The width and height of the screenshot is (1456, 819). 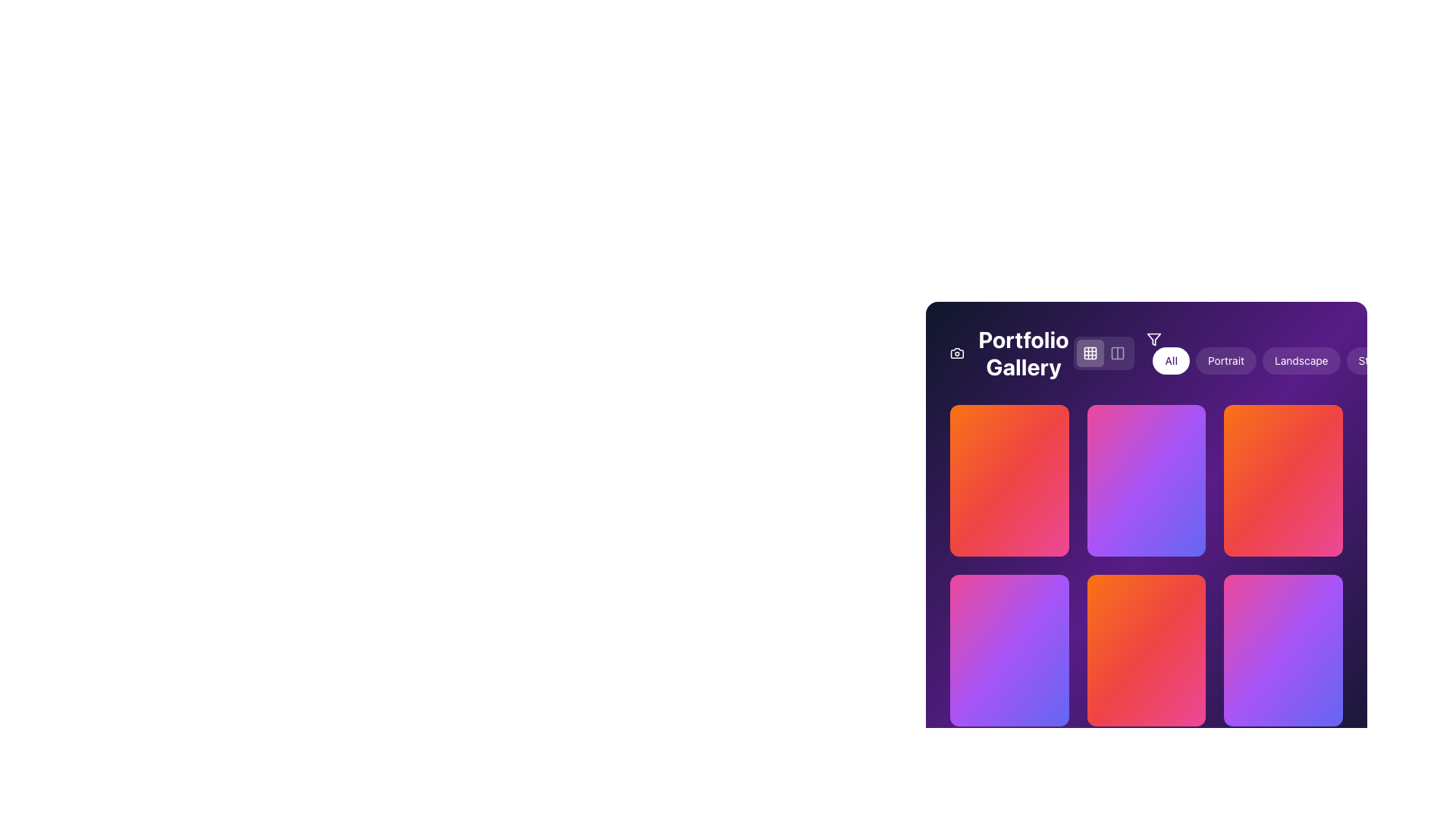 I want to click on the button or toggle icon for UI control that likely toggles to a columns view, positioned in the upper interface bar, to the left of the filter icon and to the right of the grid layout icon, so click(x=1118, y=353).